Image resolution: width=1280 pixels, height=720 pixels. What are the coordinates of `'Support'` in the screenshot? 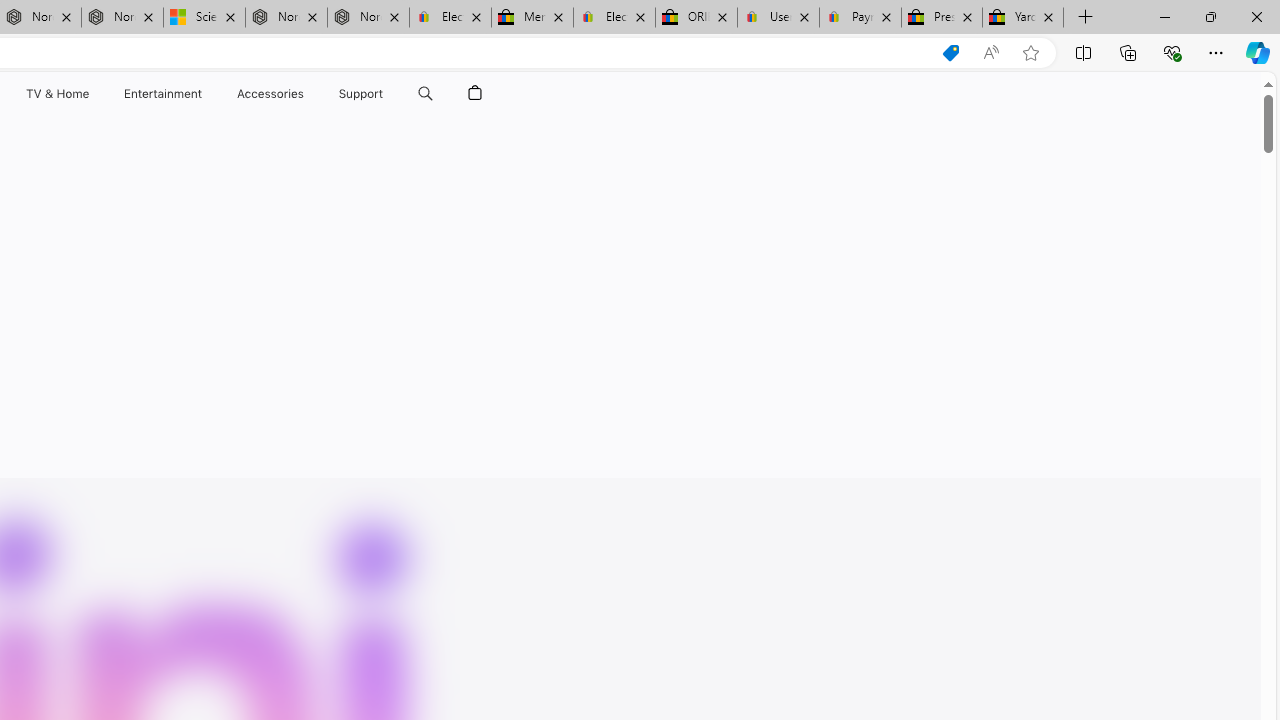 It's located at (361, 93).